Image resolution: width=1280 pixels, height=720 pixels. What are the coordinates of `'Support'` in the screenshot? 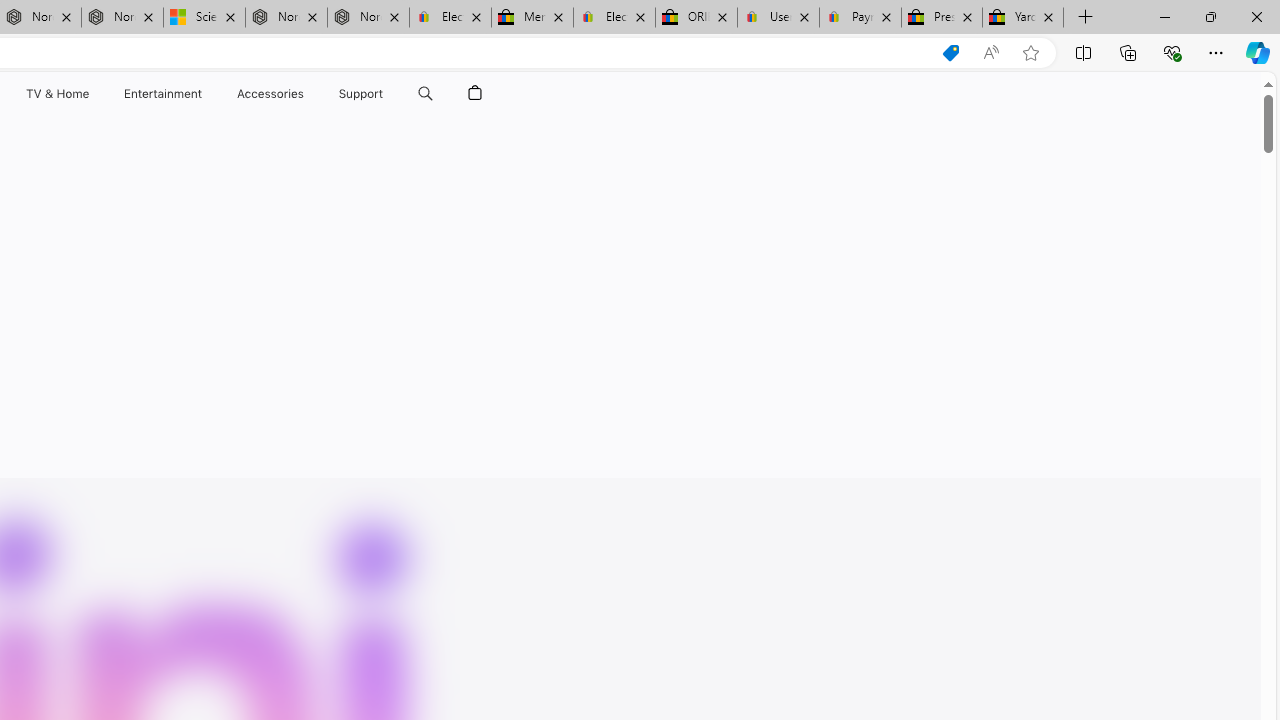 It's located at (361, 93).